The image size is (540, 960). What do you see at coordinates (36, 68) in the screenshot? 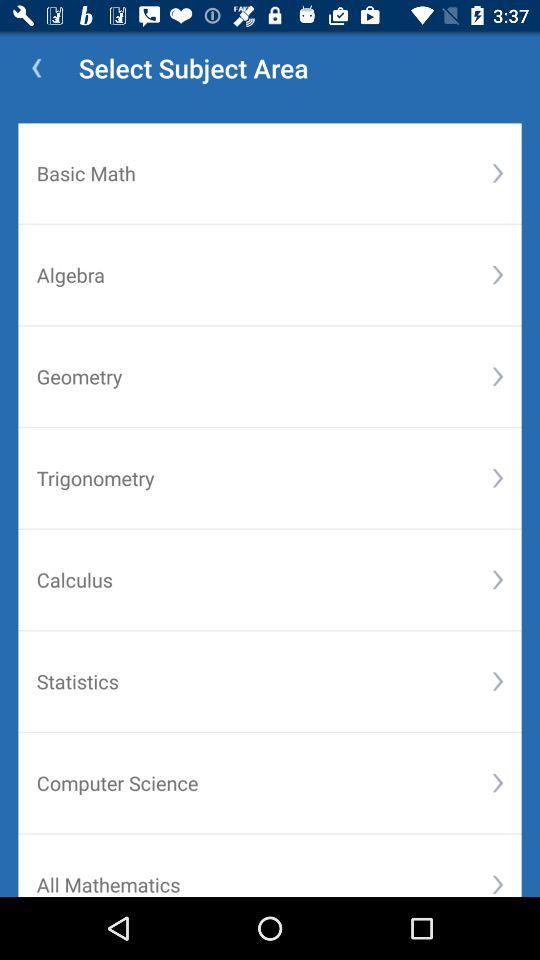
I see `app to the left of select subject area app` at bounding box center [36, 68].